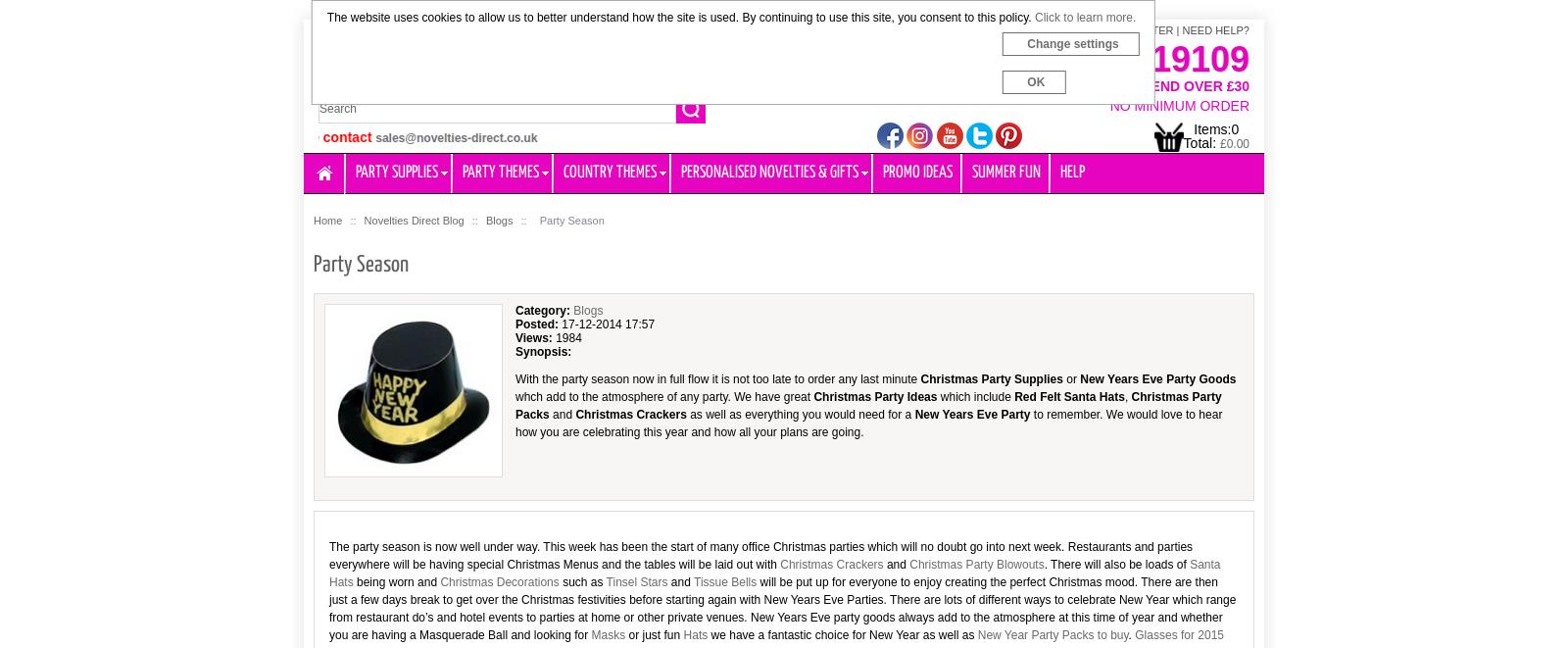 This screenshot has height=648, width=1568. I want to click on 'New Years Eve Party', so click(971, 414).